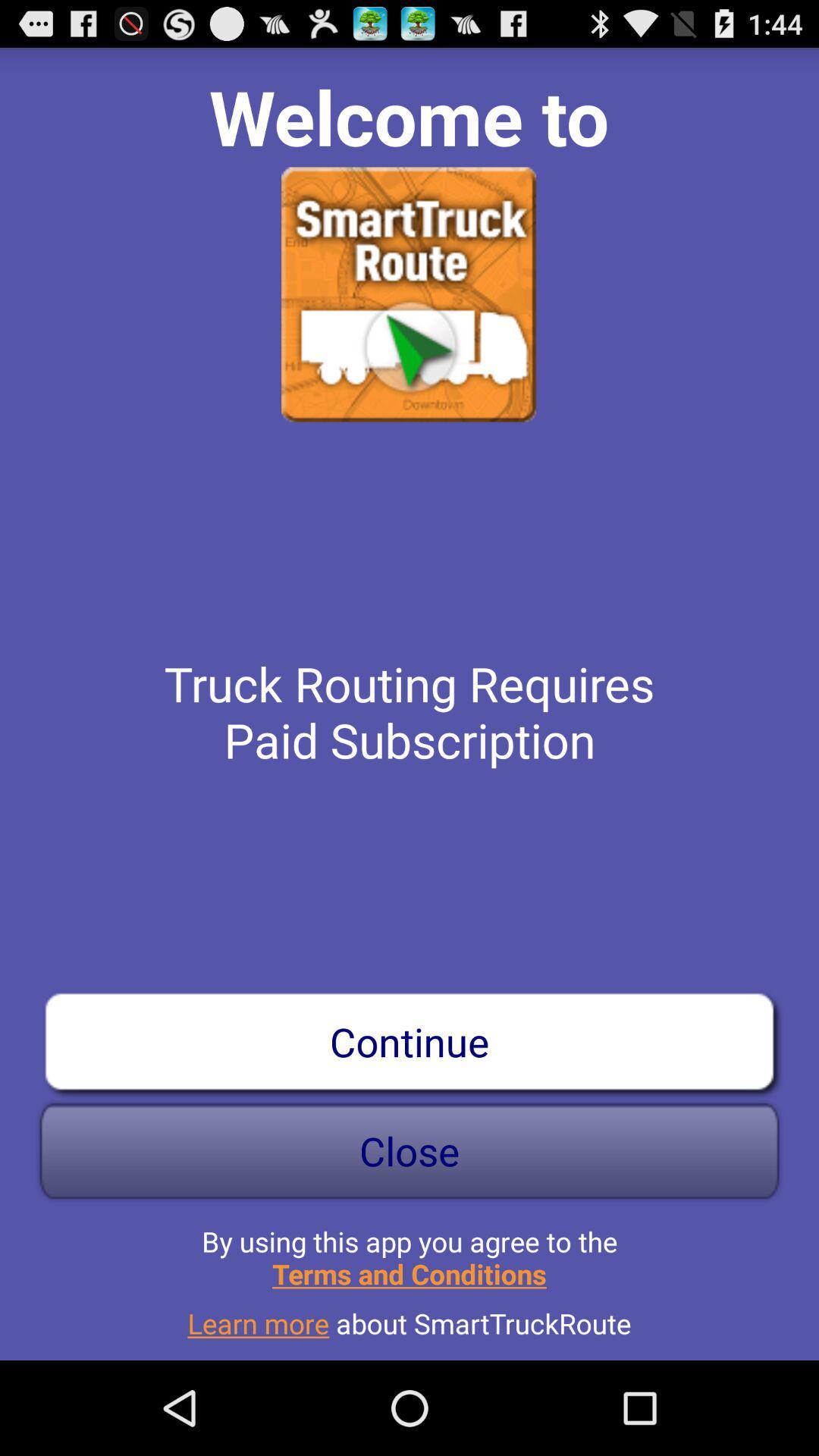 The width and height of the screenshot is (819, 1456). Describe the element at coordinates (409, 1150) in the screenshot. I see `the icon below the continue` at that location.